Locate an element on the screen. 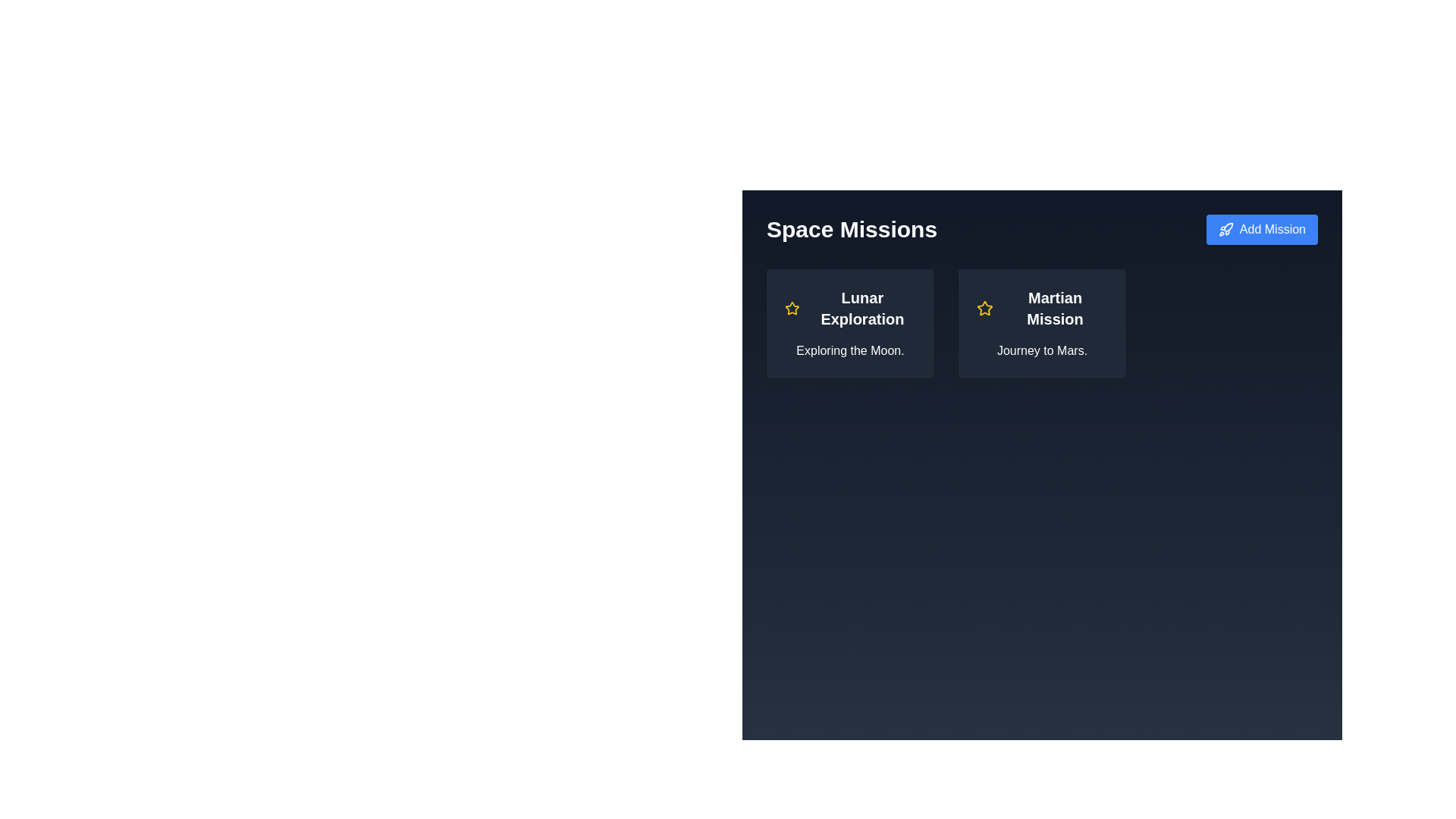 This screenshot has height=819, width=1456. the card section containing the text 'Martian Mission' in bold white font is located at coordinates (1041, 323).